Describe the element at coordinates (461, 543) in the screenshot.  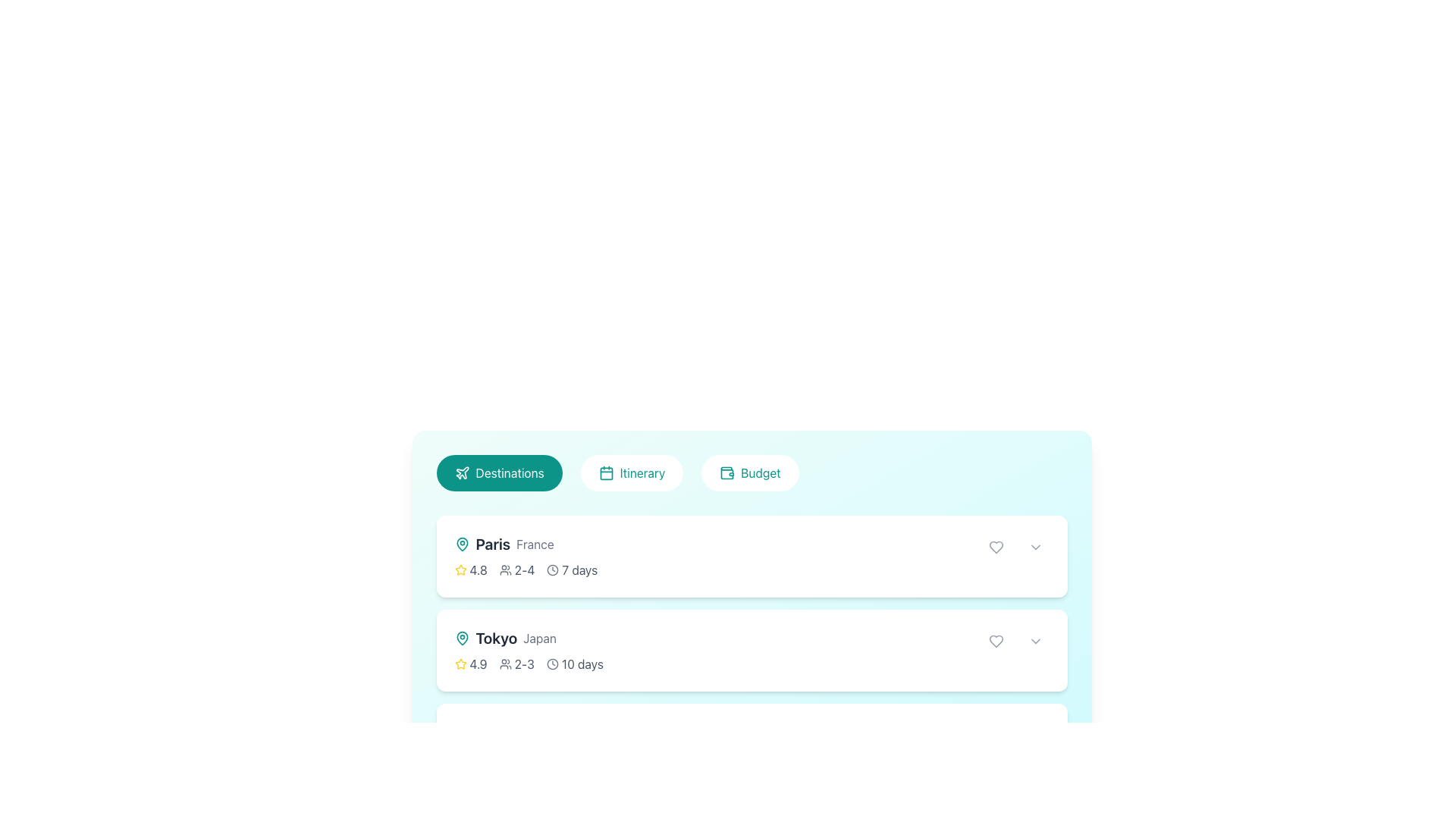
I see `the location marker icon located at the bottom-left corner of the 'Tokyo, Japan' entry` at that location.